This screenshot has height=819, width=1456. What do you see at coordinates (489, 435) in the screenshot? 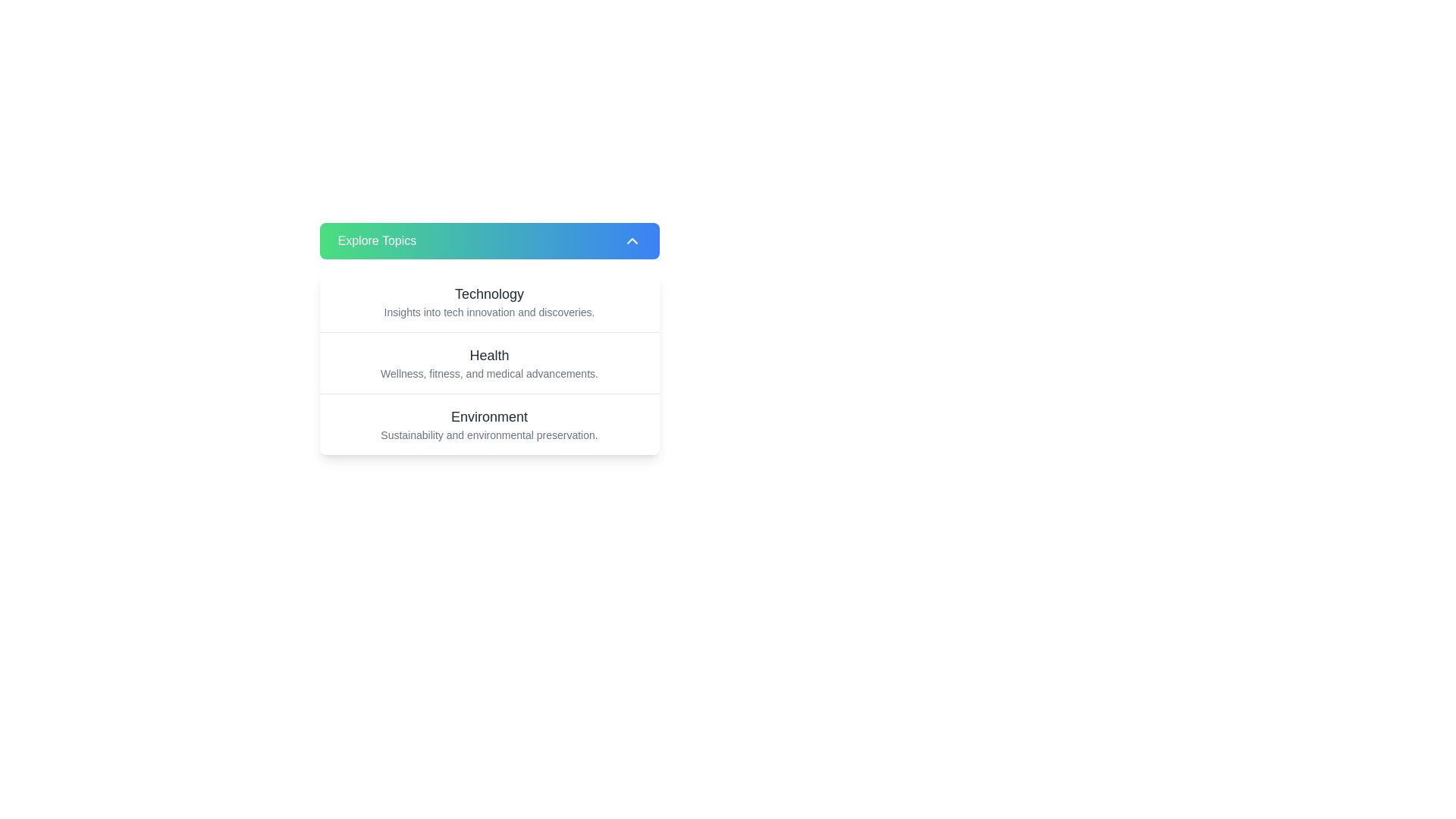
I see `the descriptive text element located in the bottom section of the 'Environment' category, positioned directly below its header title in the 'Explore Topics' section` at bounding box center [489, 435].